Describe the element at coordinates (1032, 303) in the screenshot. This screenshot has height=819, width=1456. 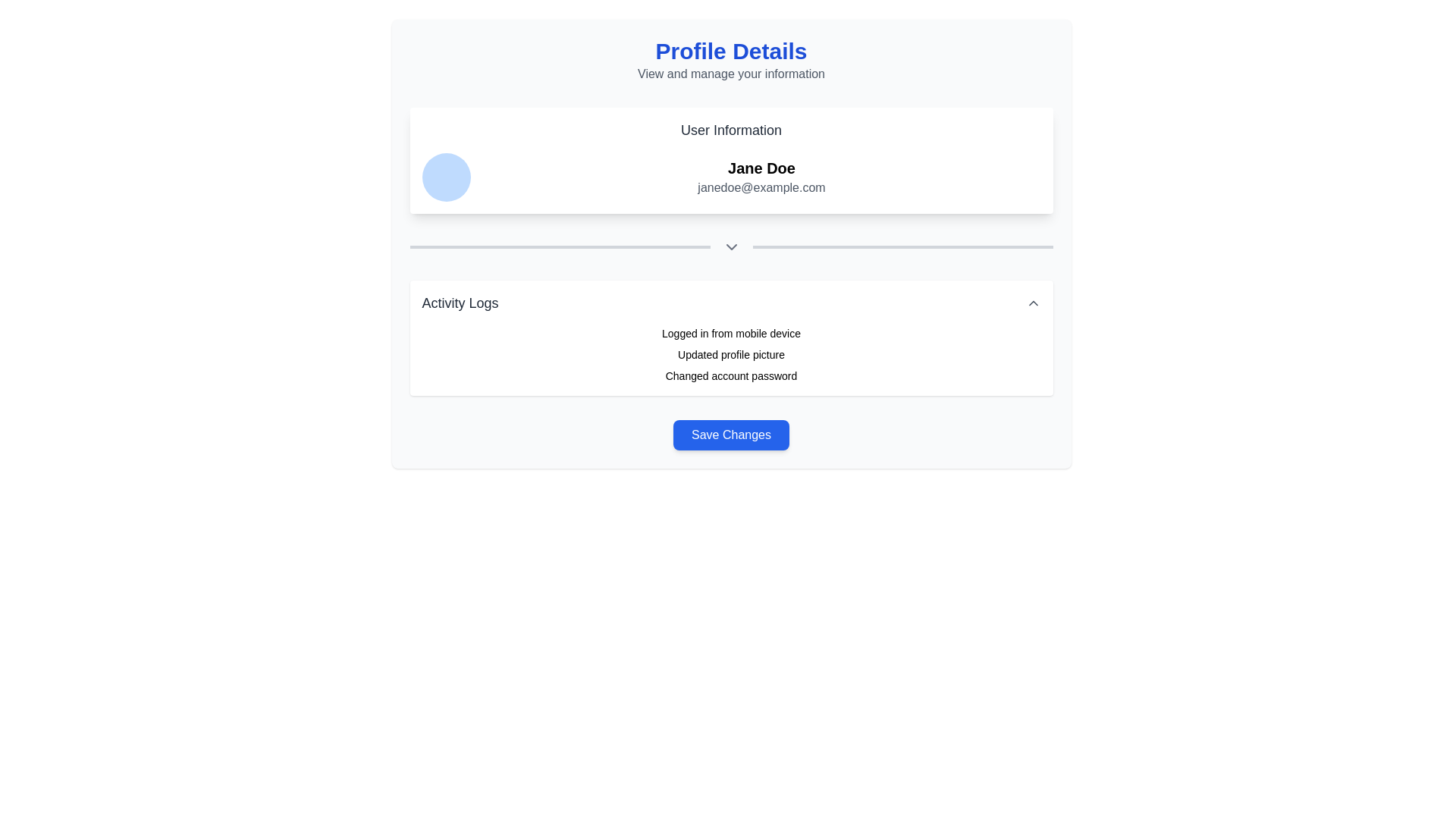
I see `the upward-pointing chevron icon located on the far-right side of the 'Activity Logs' header` at that location.